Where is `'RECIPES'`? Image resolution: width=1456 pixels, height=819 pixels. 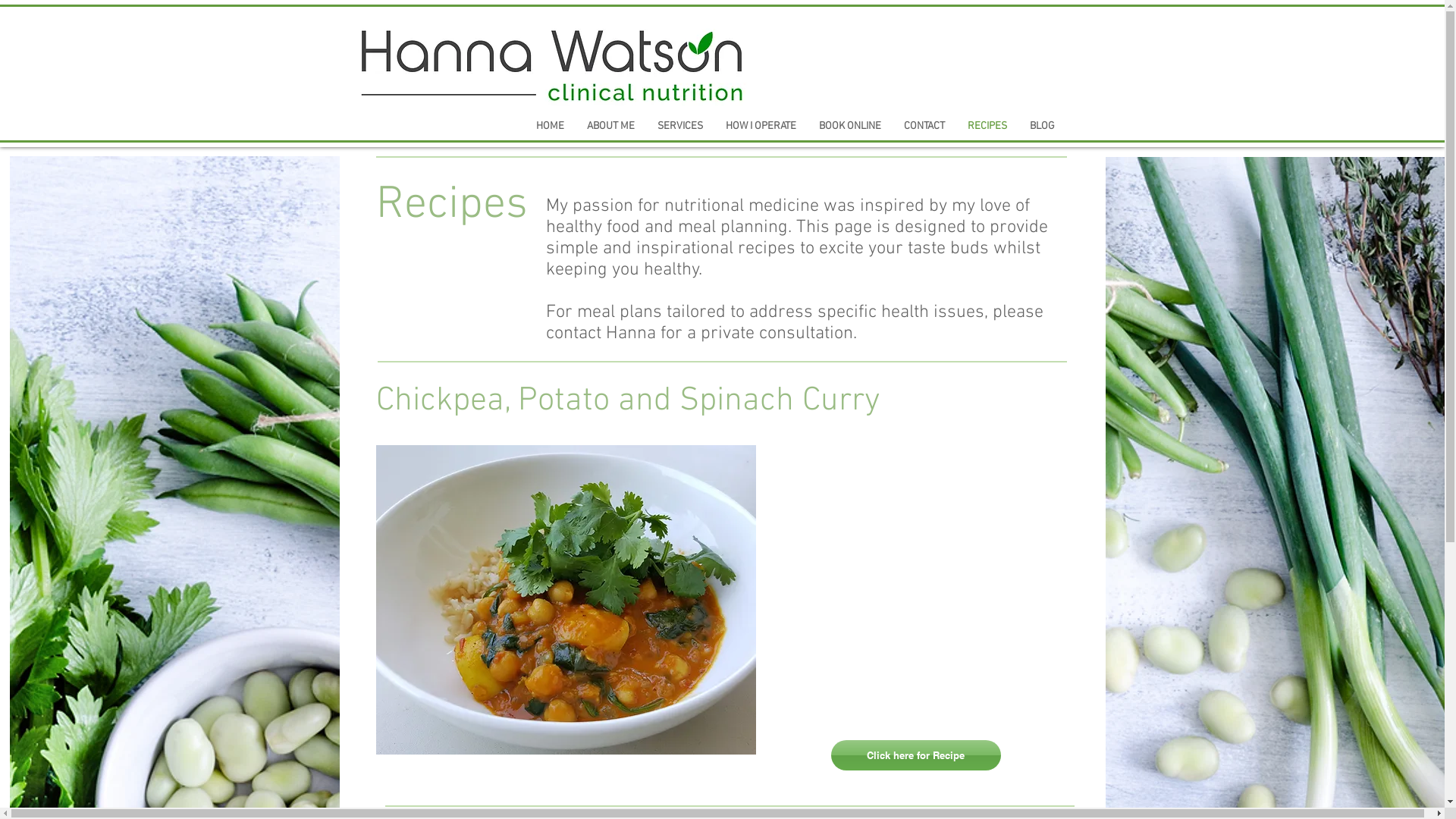
'RECIPES' is located at coordinates (986, 125).